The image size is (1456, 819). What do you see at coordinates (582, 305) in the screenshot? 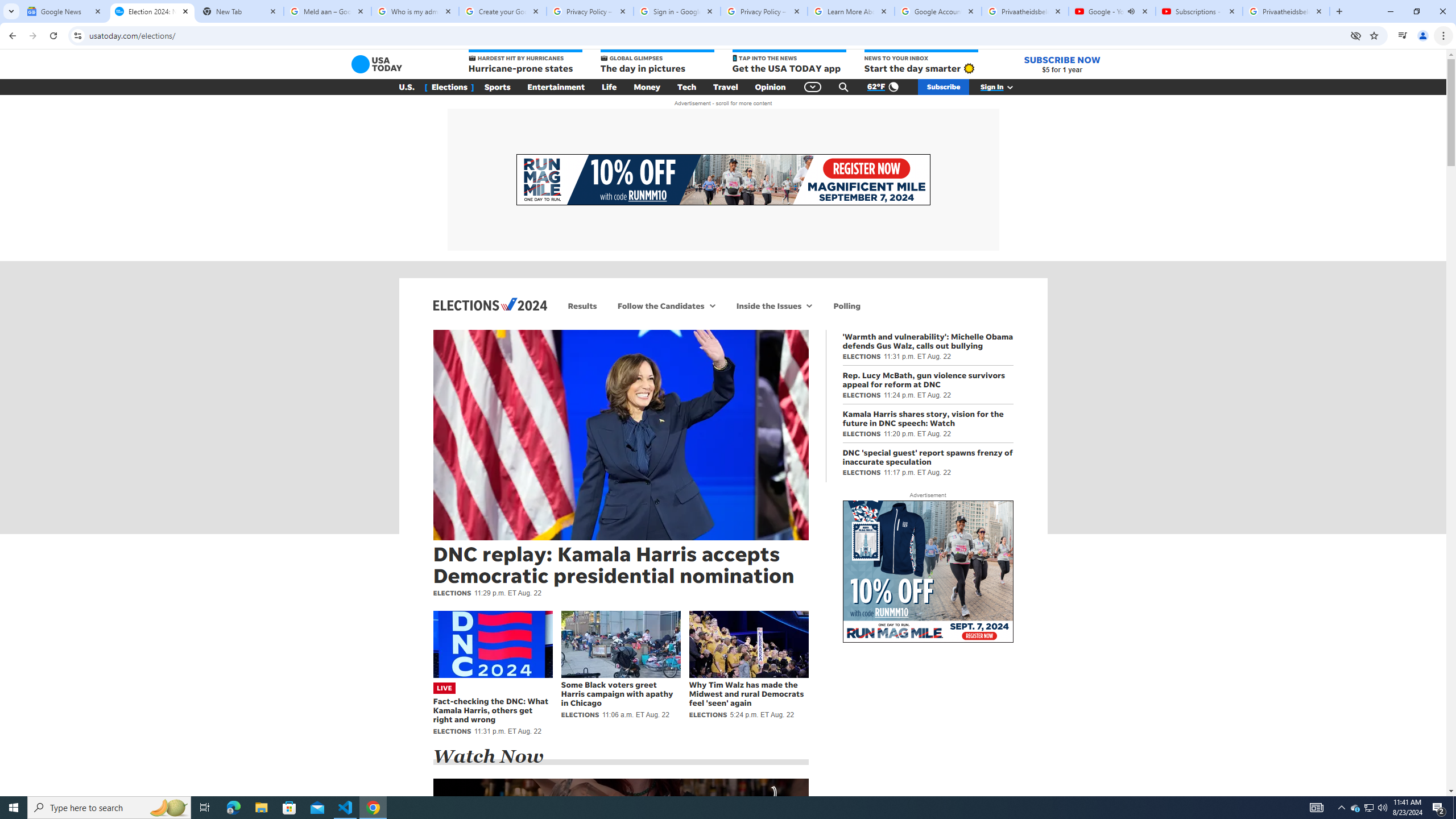
I see `'Results'` at bounding box center [582, 305].